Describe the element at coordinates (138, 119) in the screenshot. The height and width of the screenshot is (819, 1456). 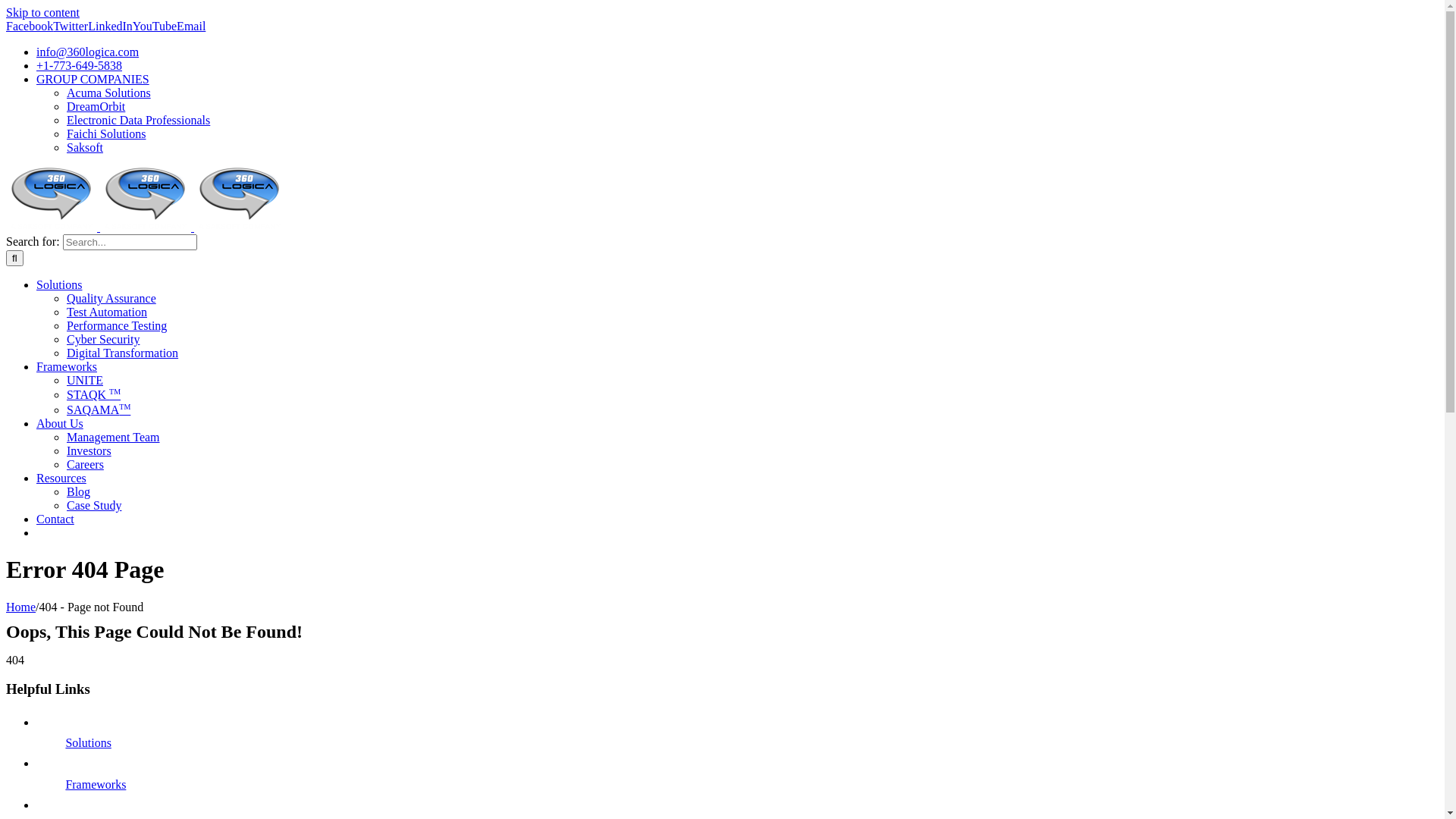
I see `'Electronic Data Professionals'` at that location.